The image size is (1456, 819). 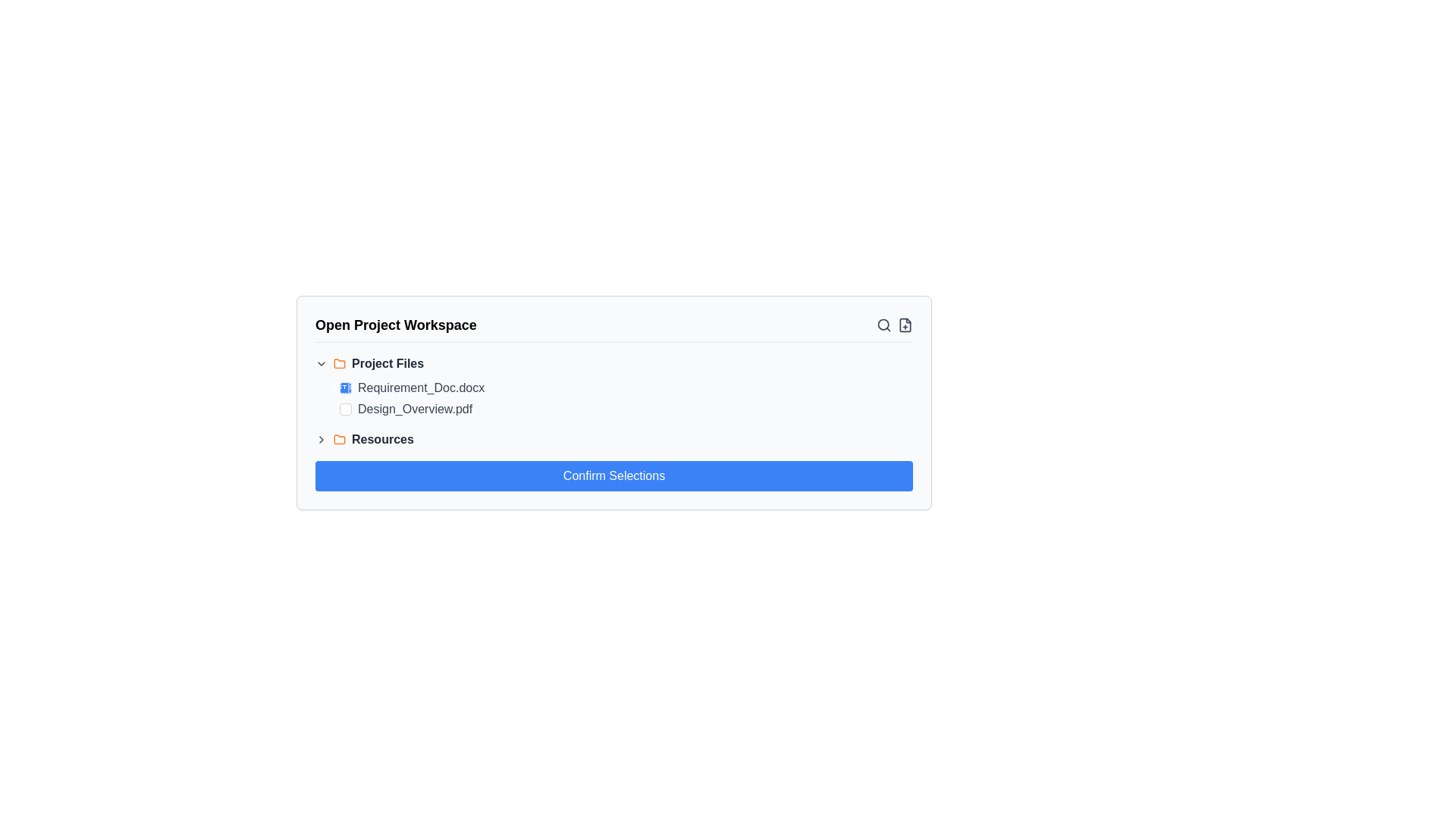 I want to click on the confirm button located at the bottom of the 'Open Project Workspace' section for keyboard interaction, so click(x=614, y=475).